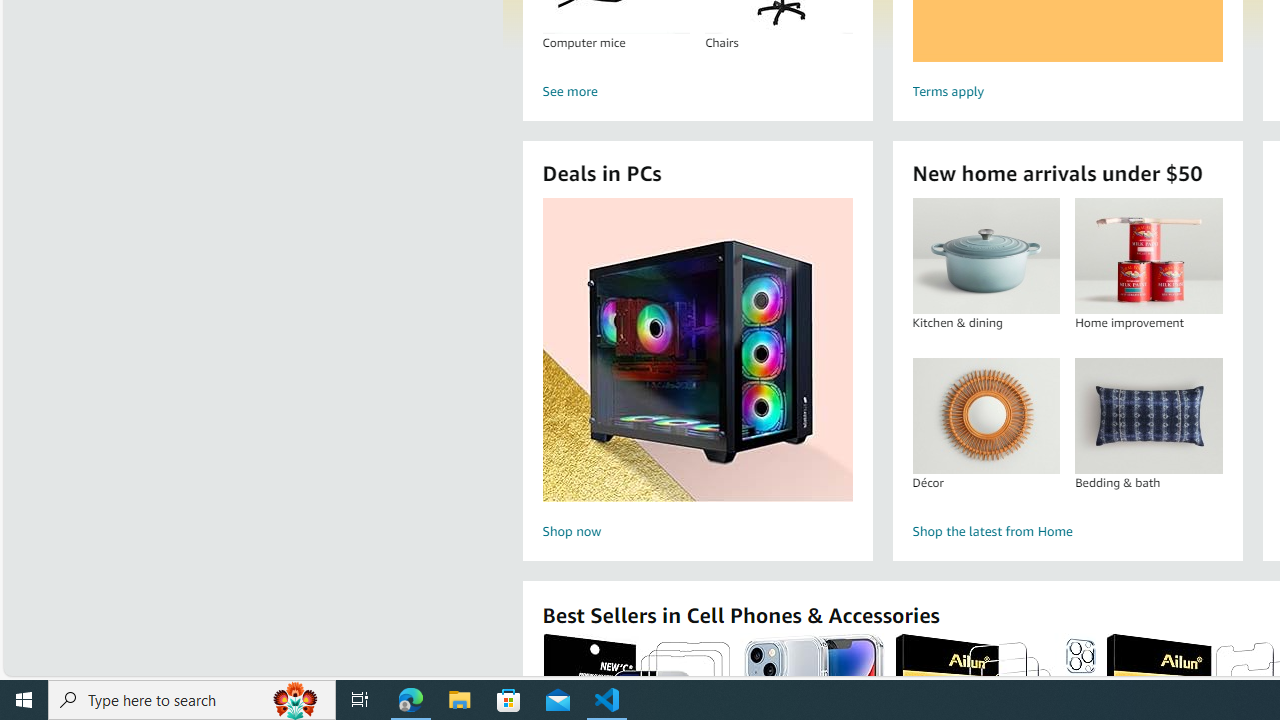  Describe the element at coordinates (697, 371) in the screenshot. I see `'Deals in PCs Shop now'` at that location.